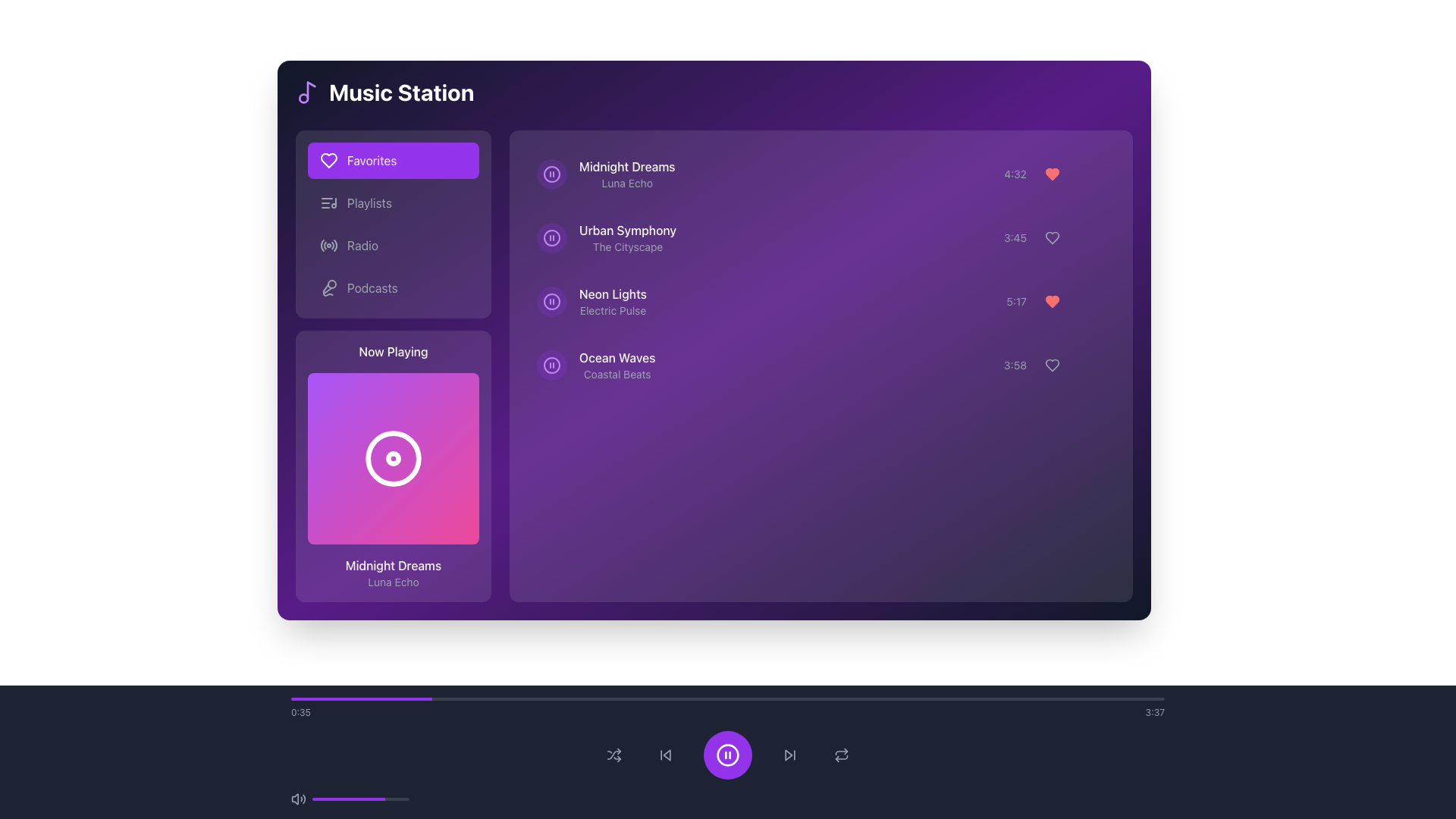 The image size is (1456, 819). Describe the element at coordinates (959, 698) in the screenshot. I see `playback position` at that location.